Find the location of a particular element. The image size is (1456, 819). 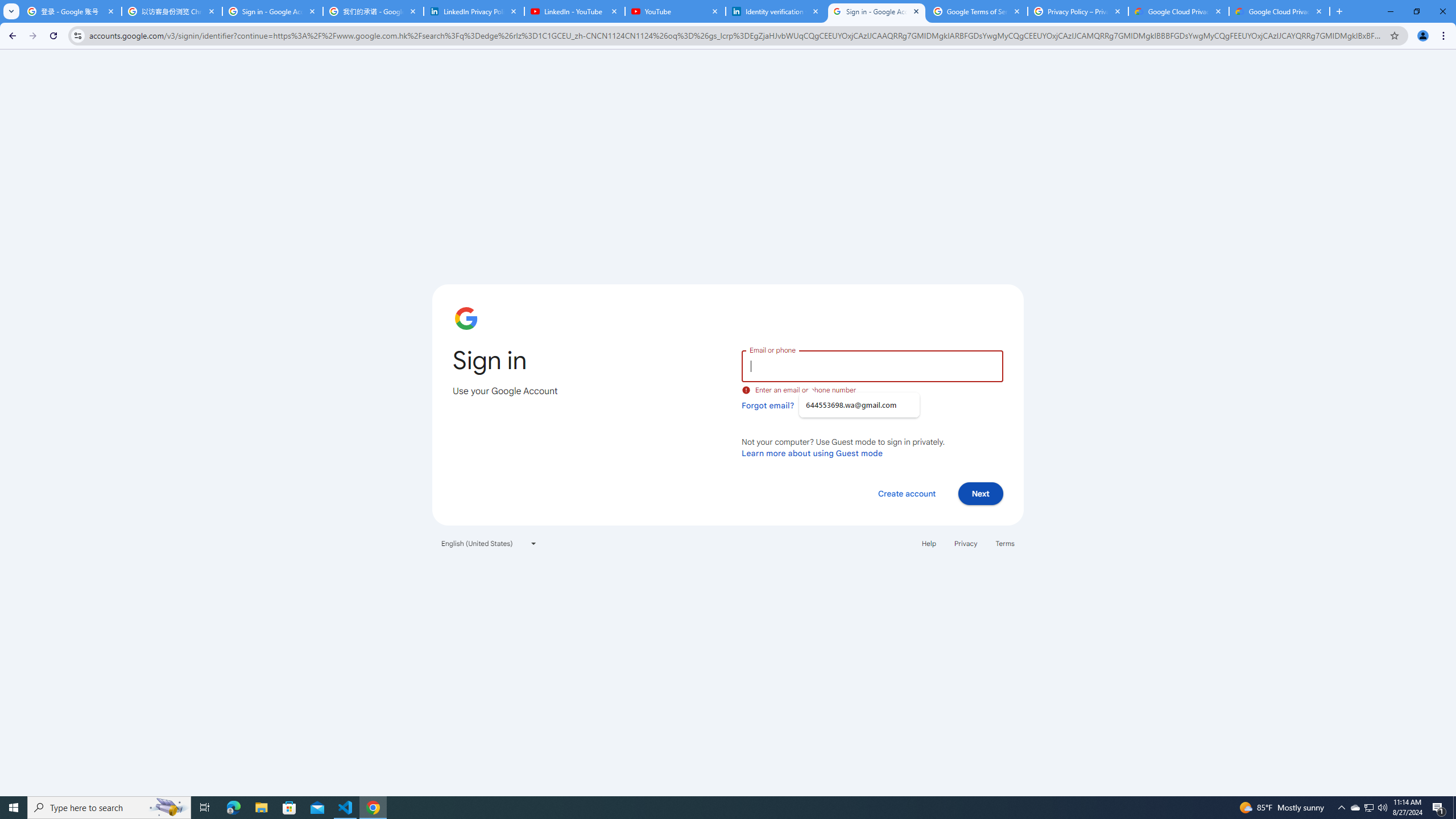

'Google Cloud Privacy Notice' is located at coordinates (1280, 11).